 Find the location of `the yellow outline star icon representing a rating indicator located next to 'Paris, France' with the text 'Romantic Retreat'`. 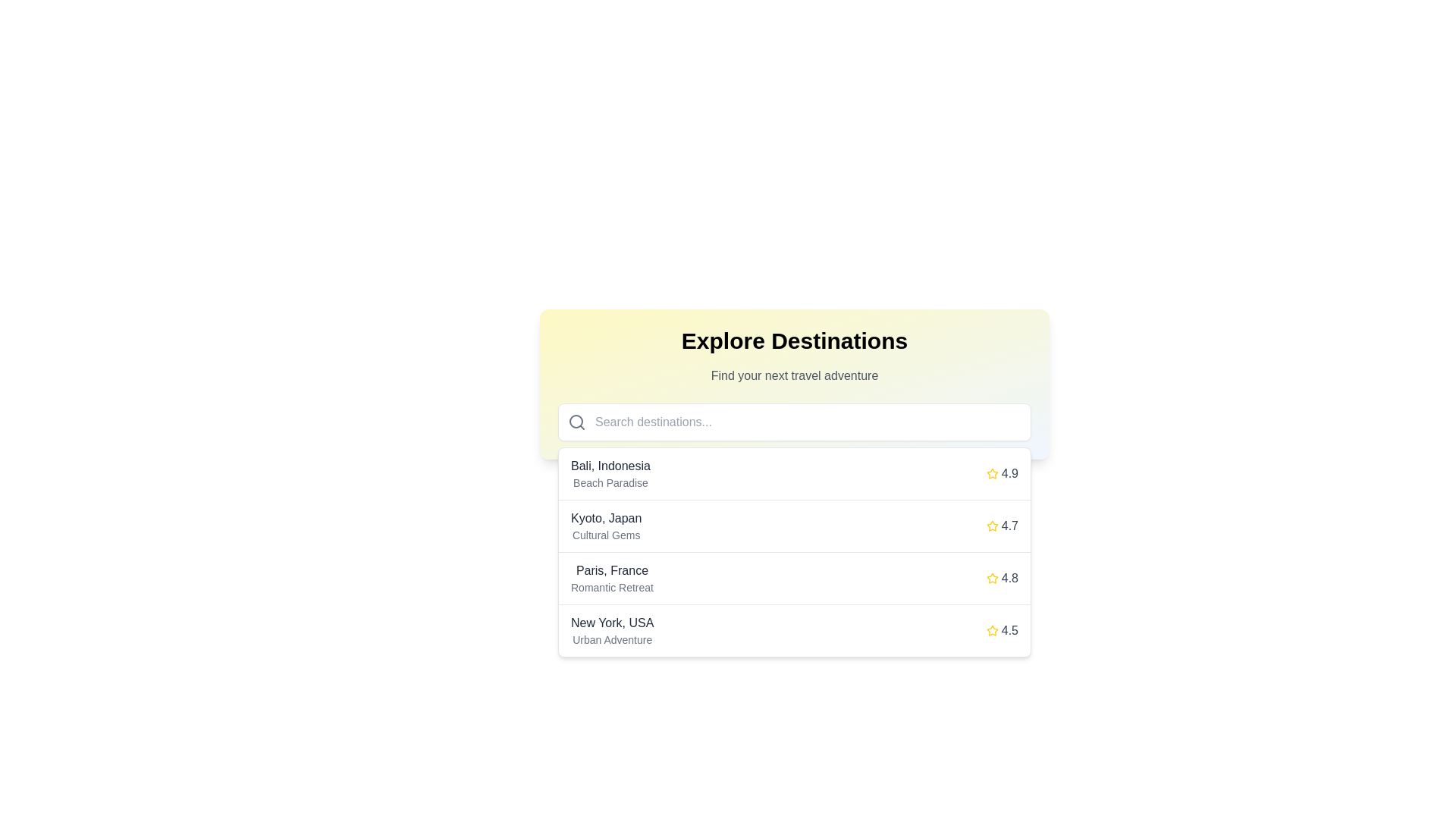

the yellow outline star icon representing a rating indicator located next to 'Paris, France' with the text 'Romantic Retreat' is located at coordinates (992, 579).